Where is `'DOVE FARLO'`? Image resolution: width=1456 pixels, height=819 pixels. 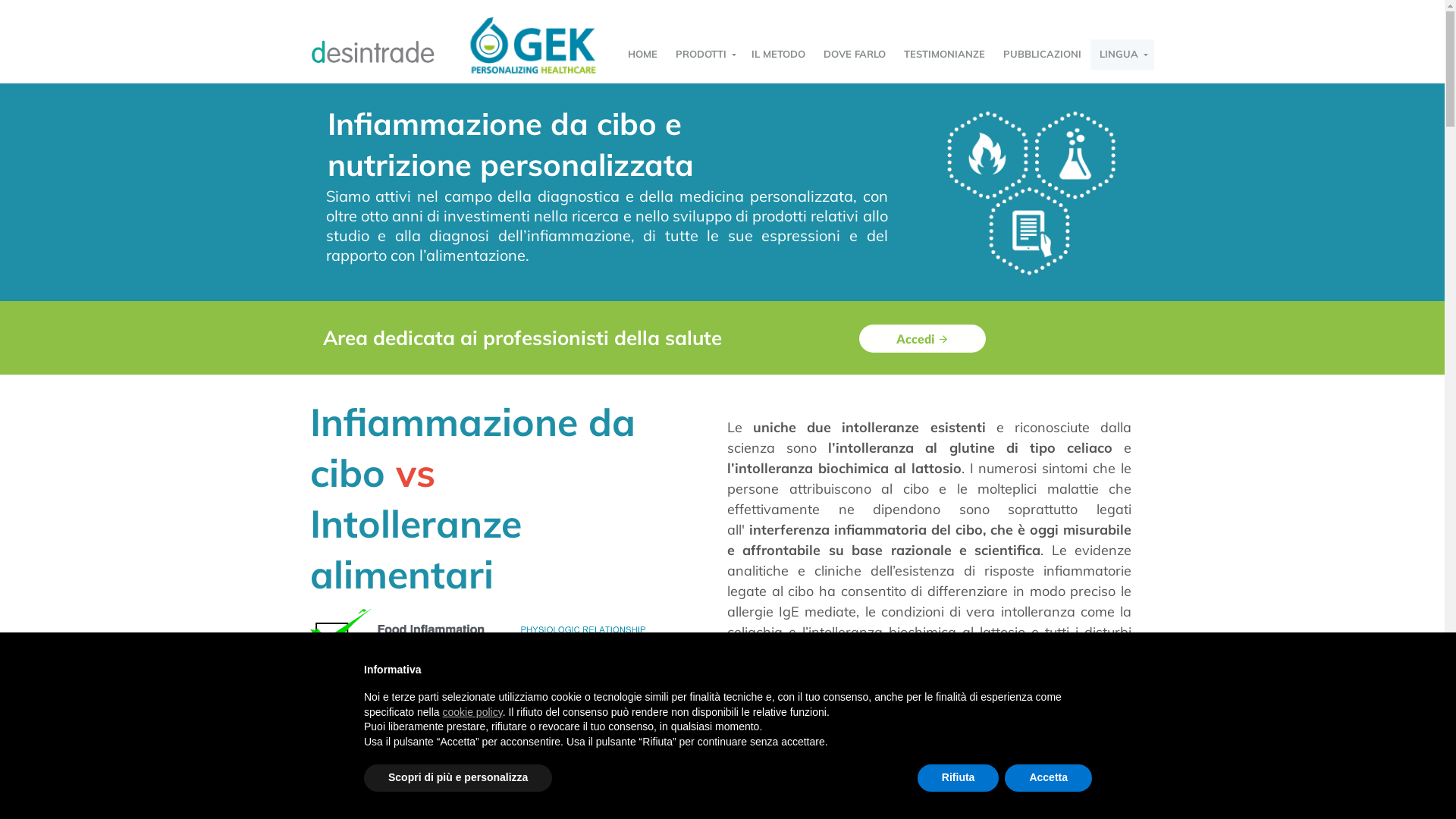 'DOVE FARLO' is located at coordinates (855, 54).